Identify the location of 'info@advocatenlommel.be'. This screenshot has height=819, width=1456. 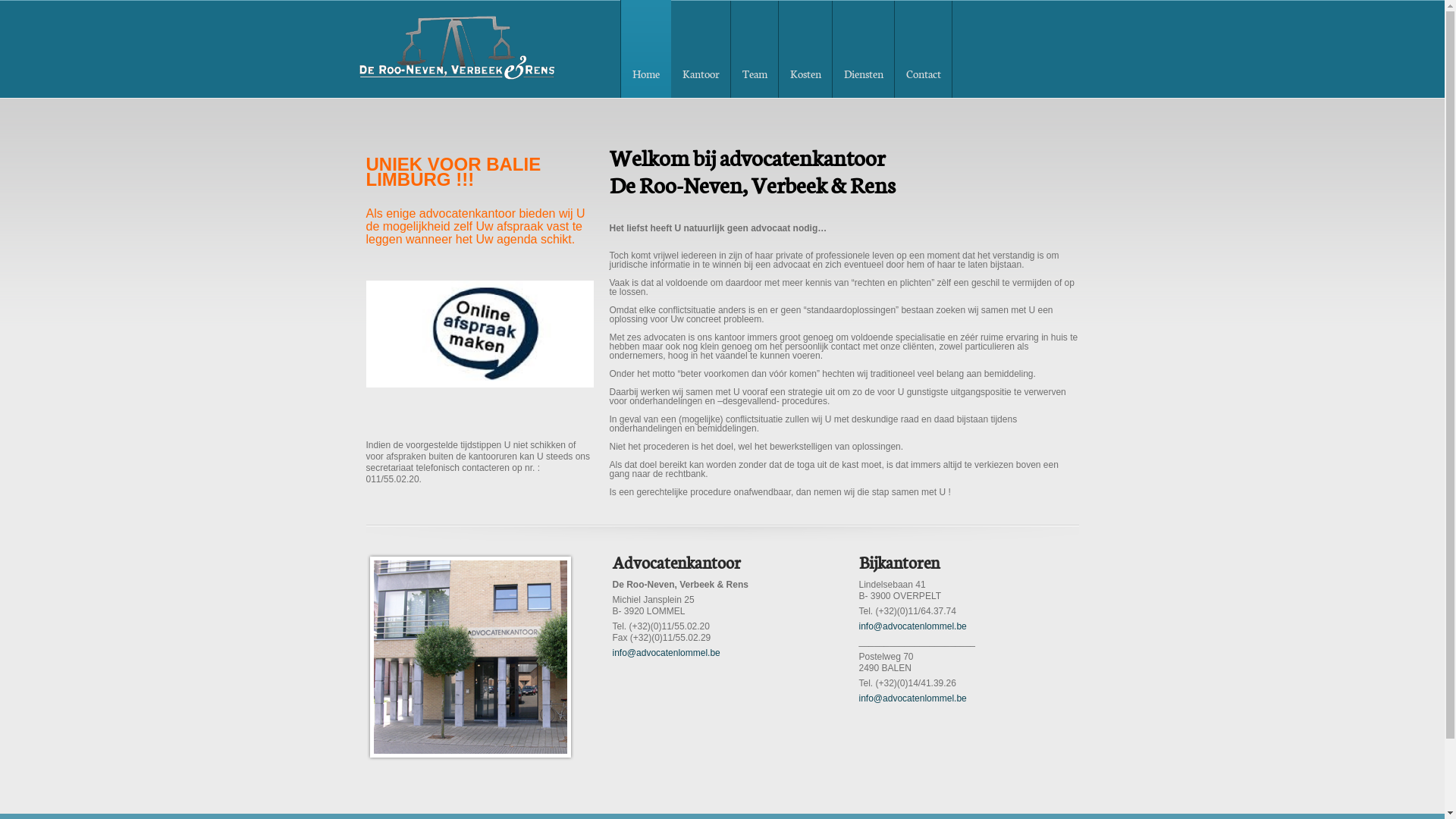
(912, 698).